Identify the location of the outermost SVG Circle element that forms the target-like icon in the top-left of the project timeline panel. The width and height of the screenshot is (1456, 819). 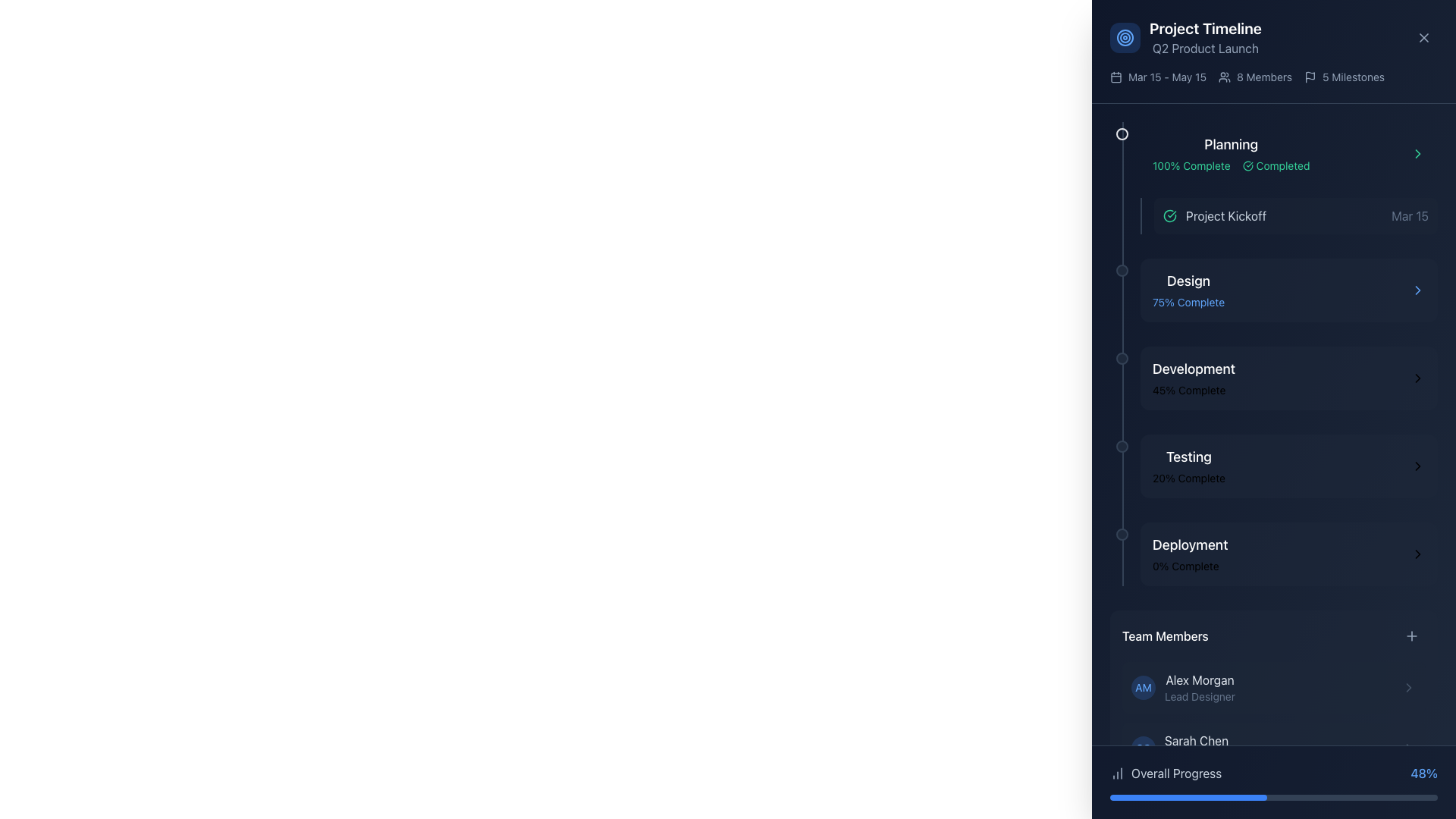
(1125, 37).